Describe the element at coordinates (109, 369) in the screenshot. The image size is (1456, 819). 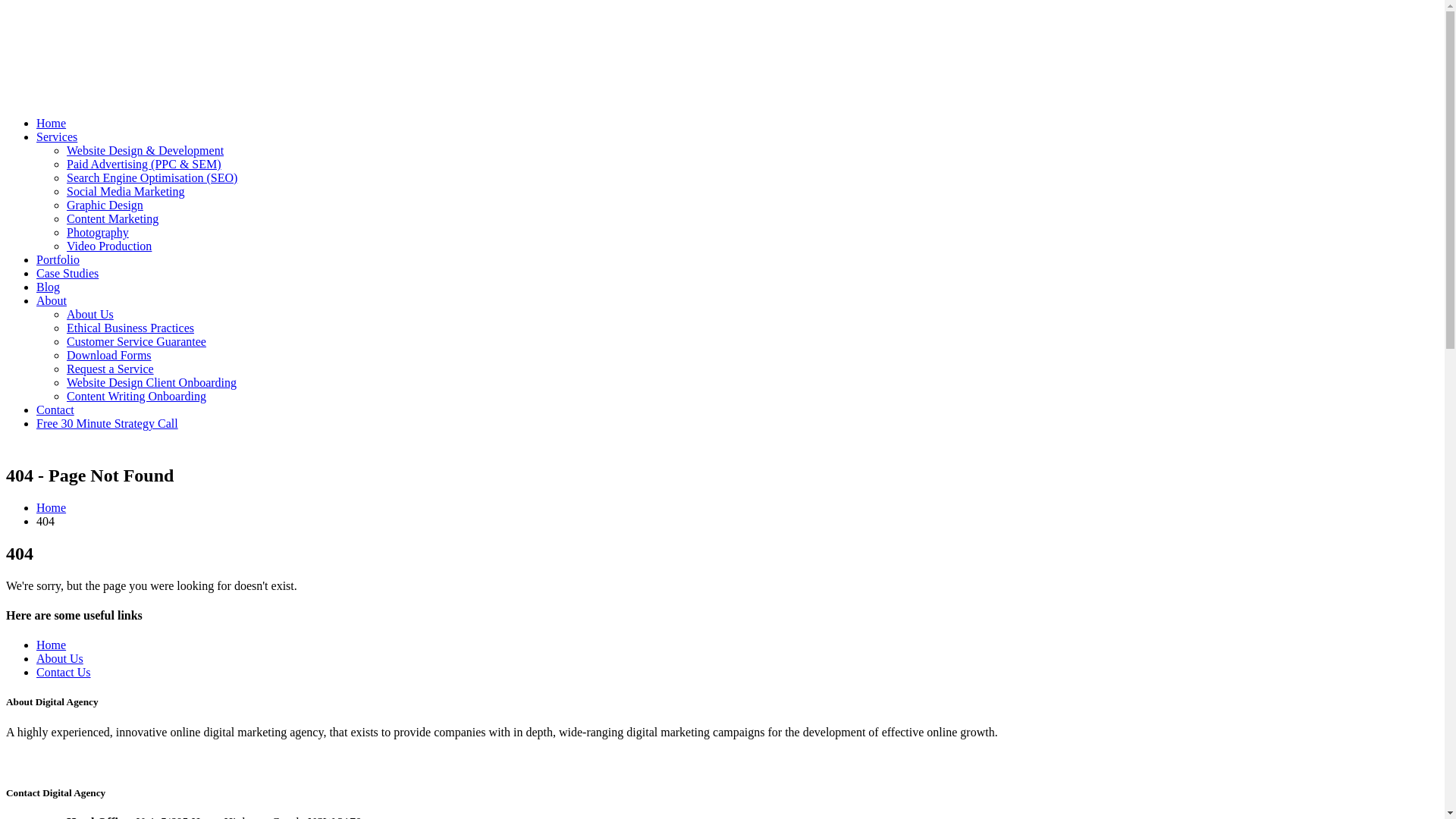
I see `'Request a Service'` at that location.